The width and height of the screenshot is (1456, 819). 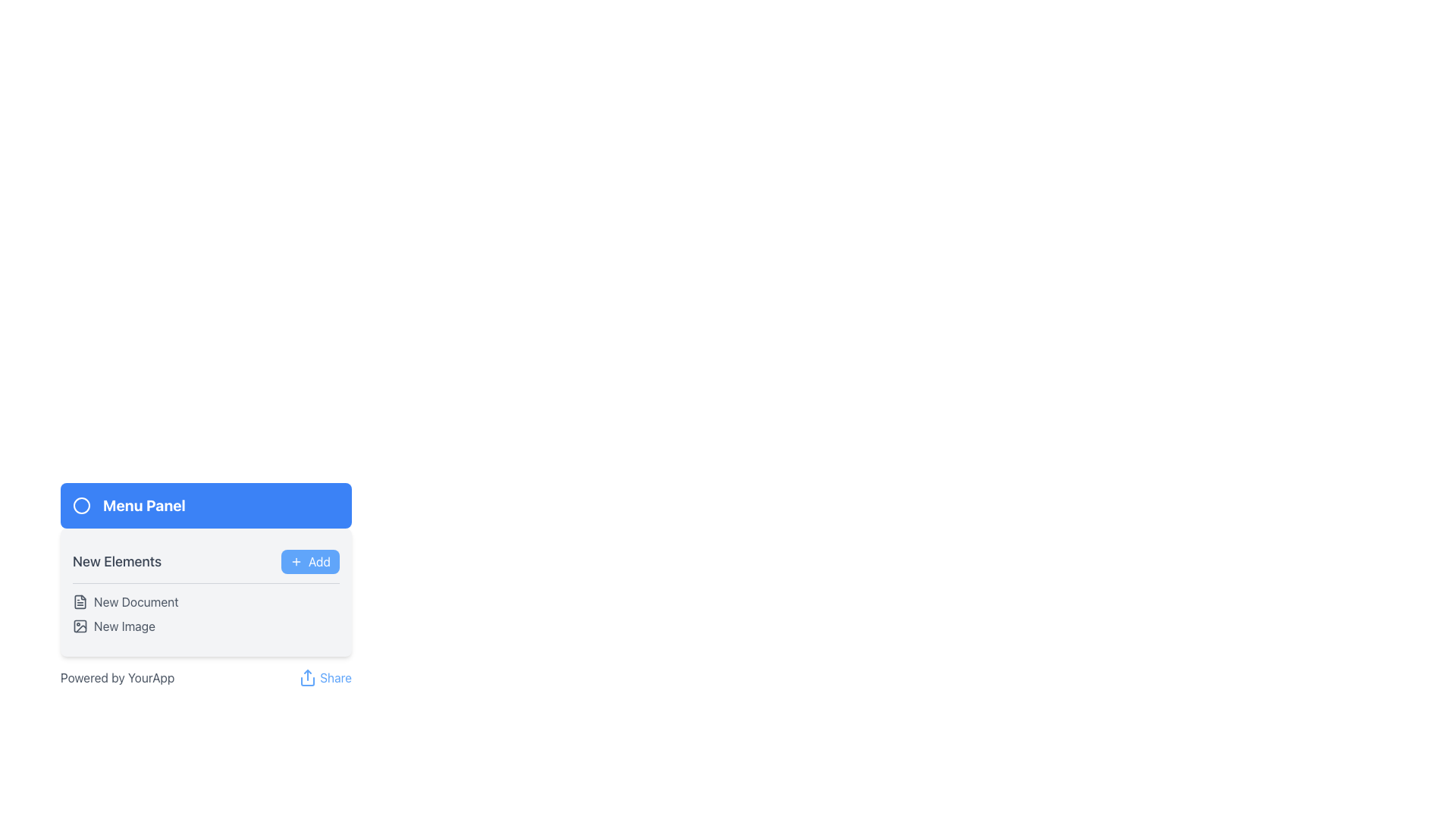 I want to click on the add icon embedded within the 'Add' button located in the top right corner of the 'New Elements' grouping, so click(x=296, y=561).